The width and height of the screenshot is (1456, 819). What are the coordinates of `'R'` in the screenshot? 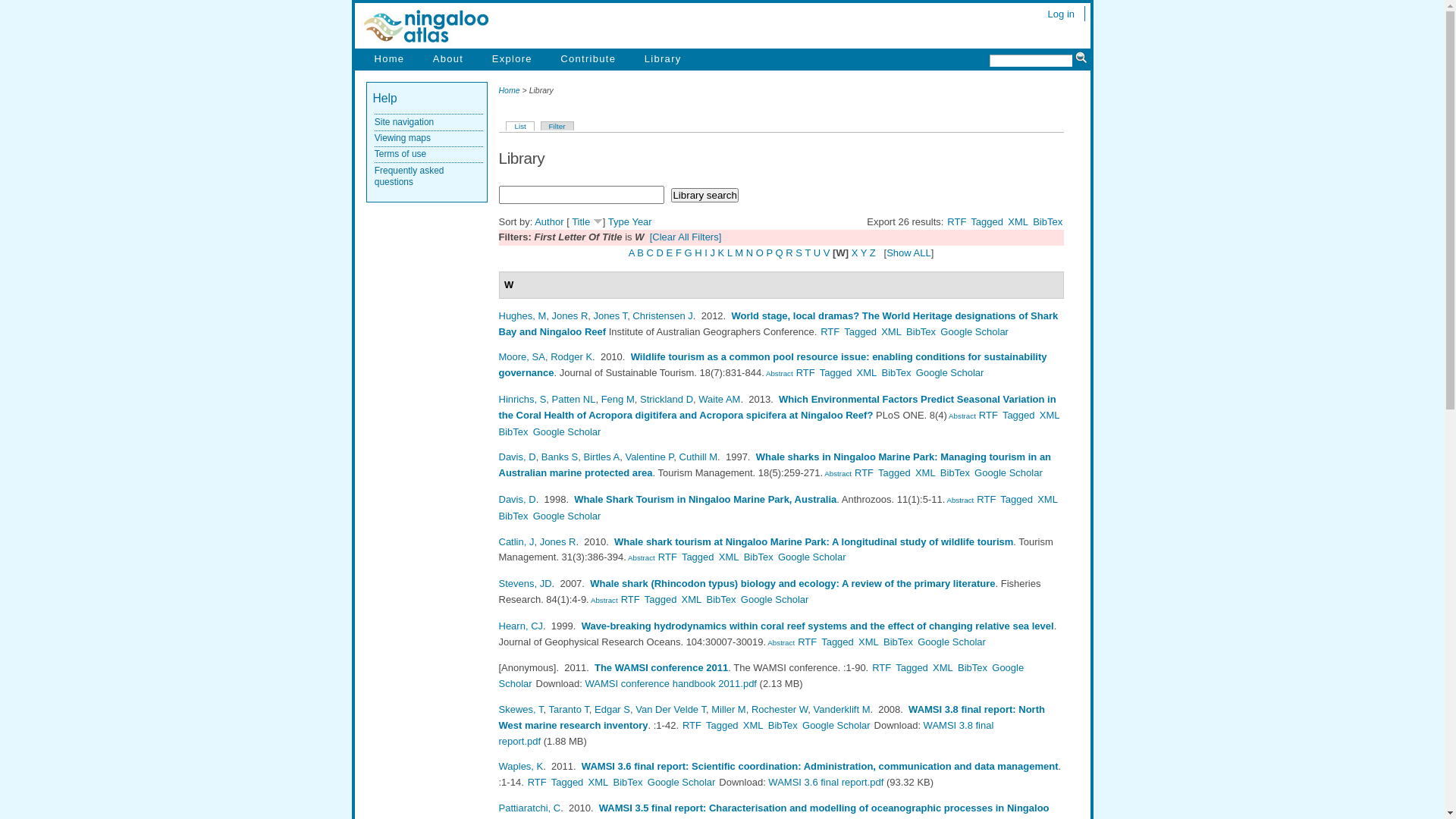 It's located at (789, 252).